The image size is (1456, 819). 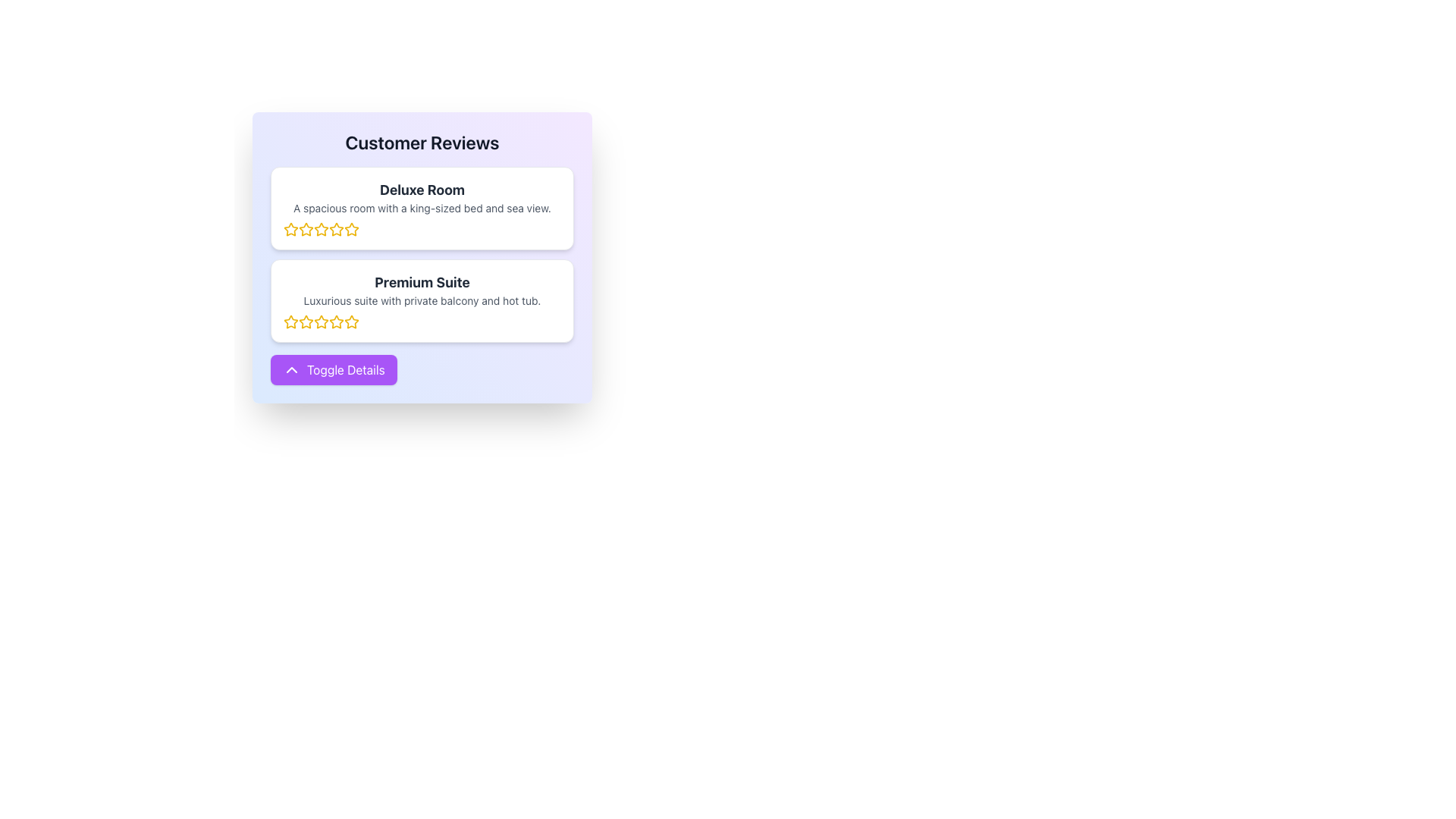 I want to click on the fourth star icon from the left in the 5-star rating system under the 'Premium Suite' section, so click(x=351, y=321).